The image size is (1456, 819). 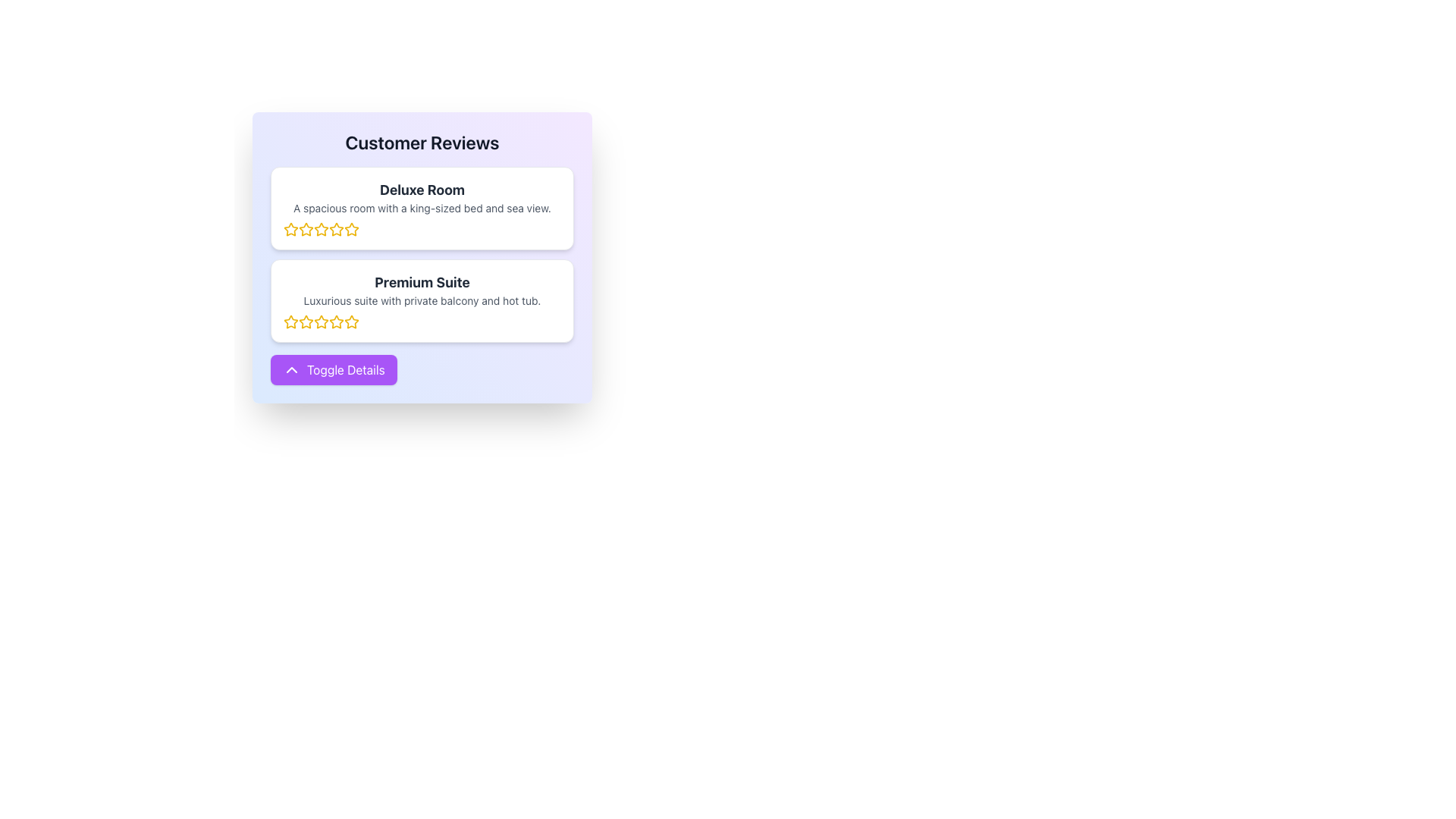 I want to click on the fourth star icon from the left in the 5-star rating system under the 'Premium Suite' section, so click(x=351, y=321).